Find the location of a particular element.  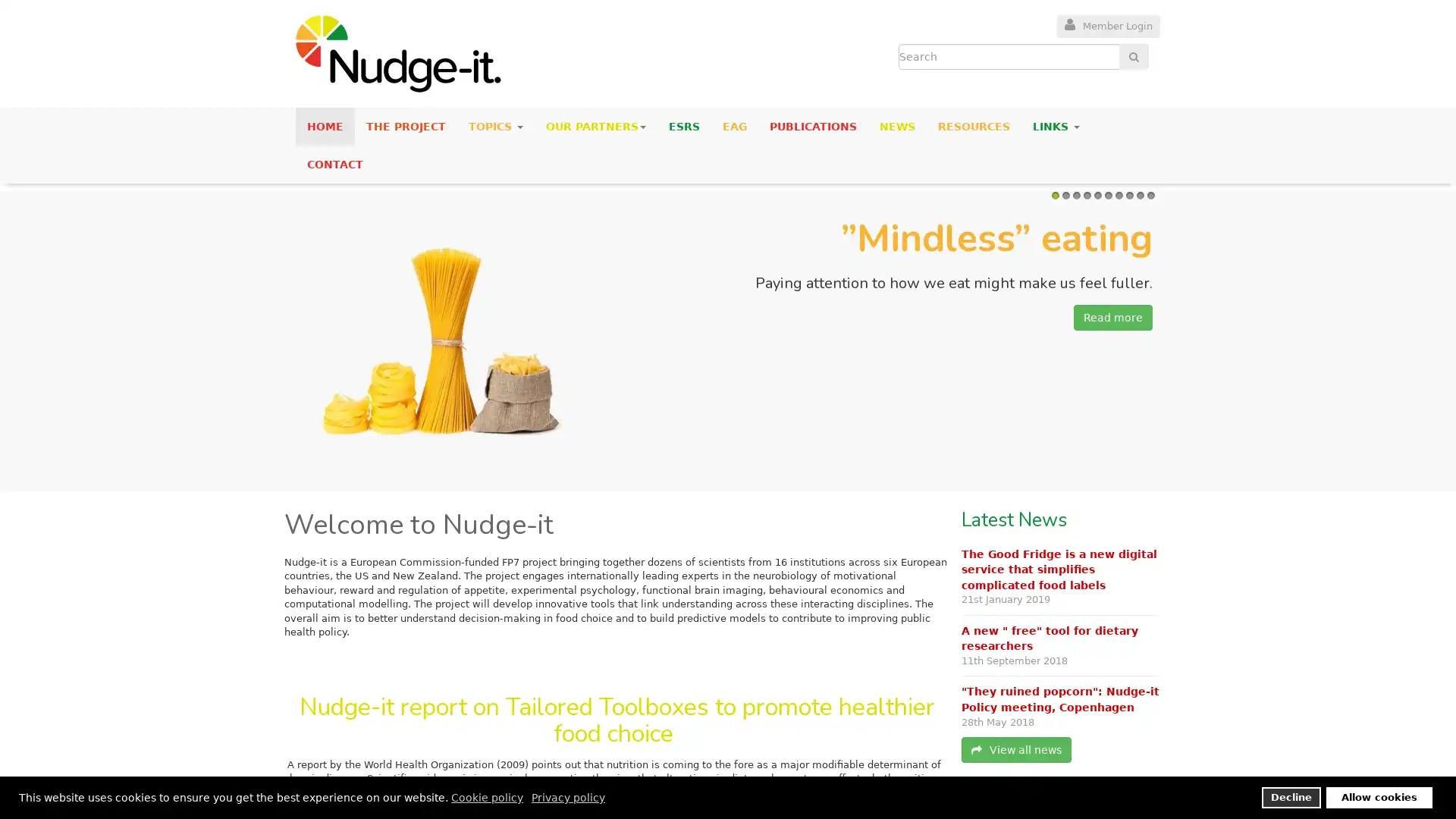

deny cookies is located at coordinates (1291, 796).